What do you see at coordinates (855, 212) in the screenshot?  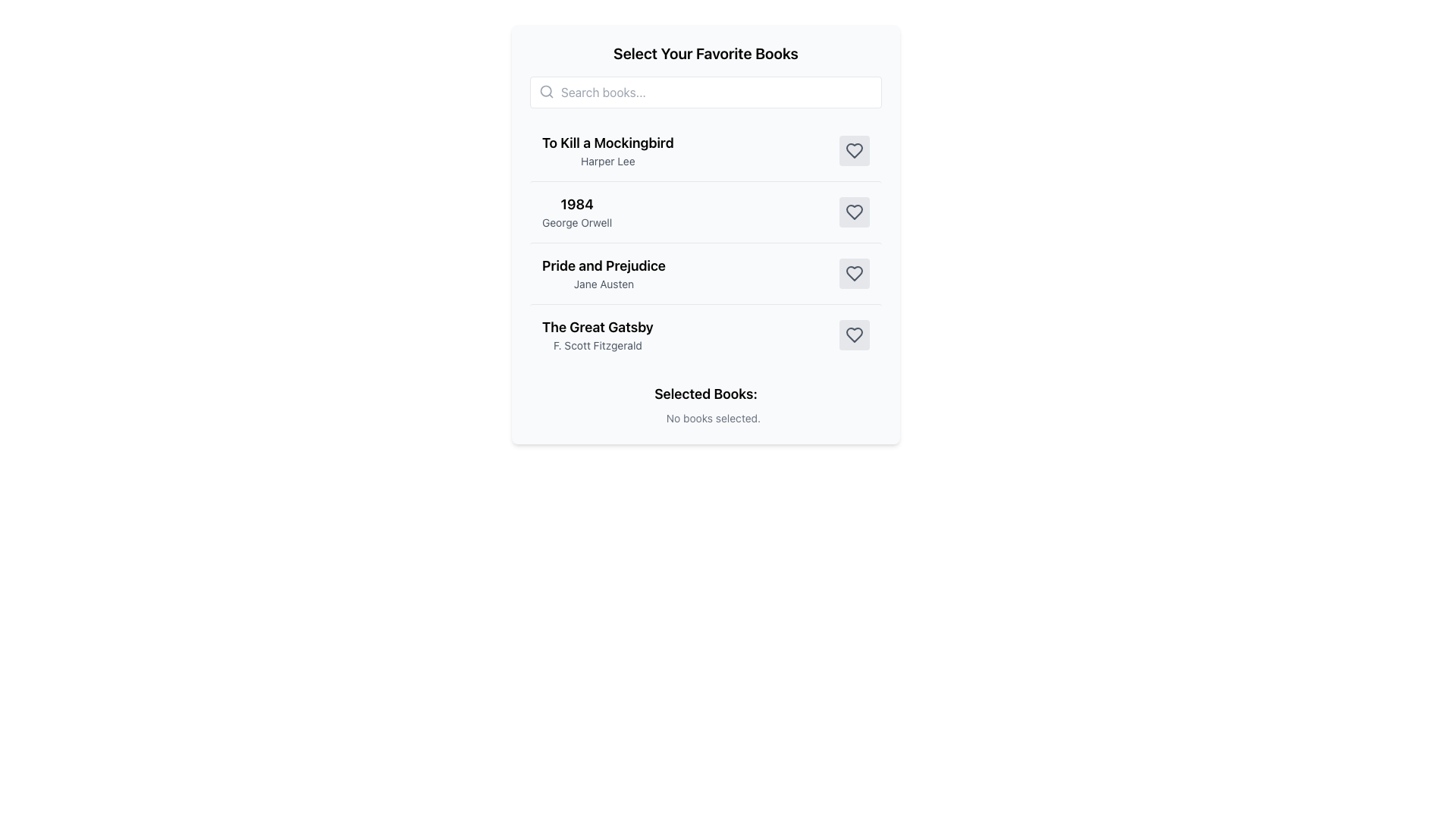 I see `the heart-shaped icon` at bounding box center [855, 212].